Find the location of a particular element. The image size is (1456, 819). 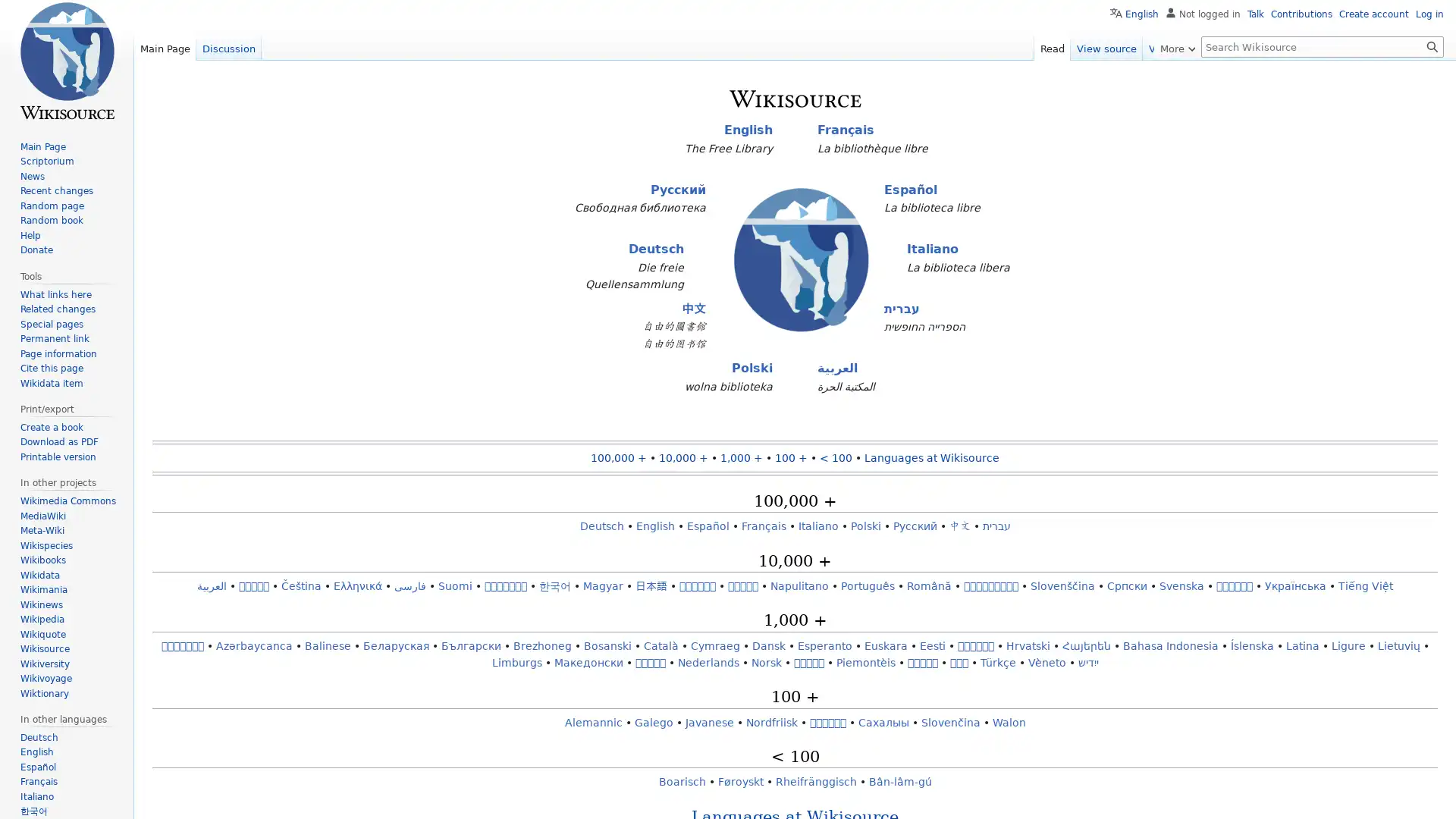

Go is located at coordinates (1432, 45).